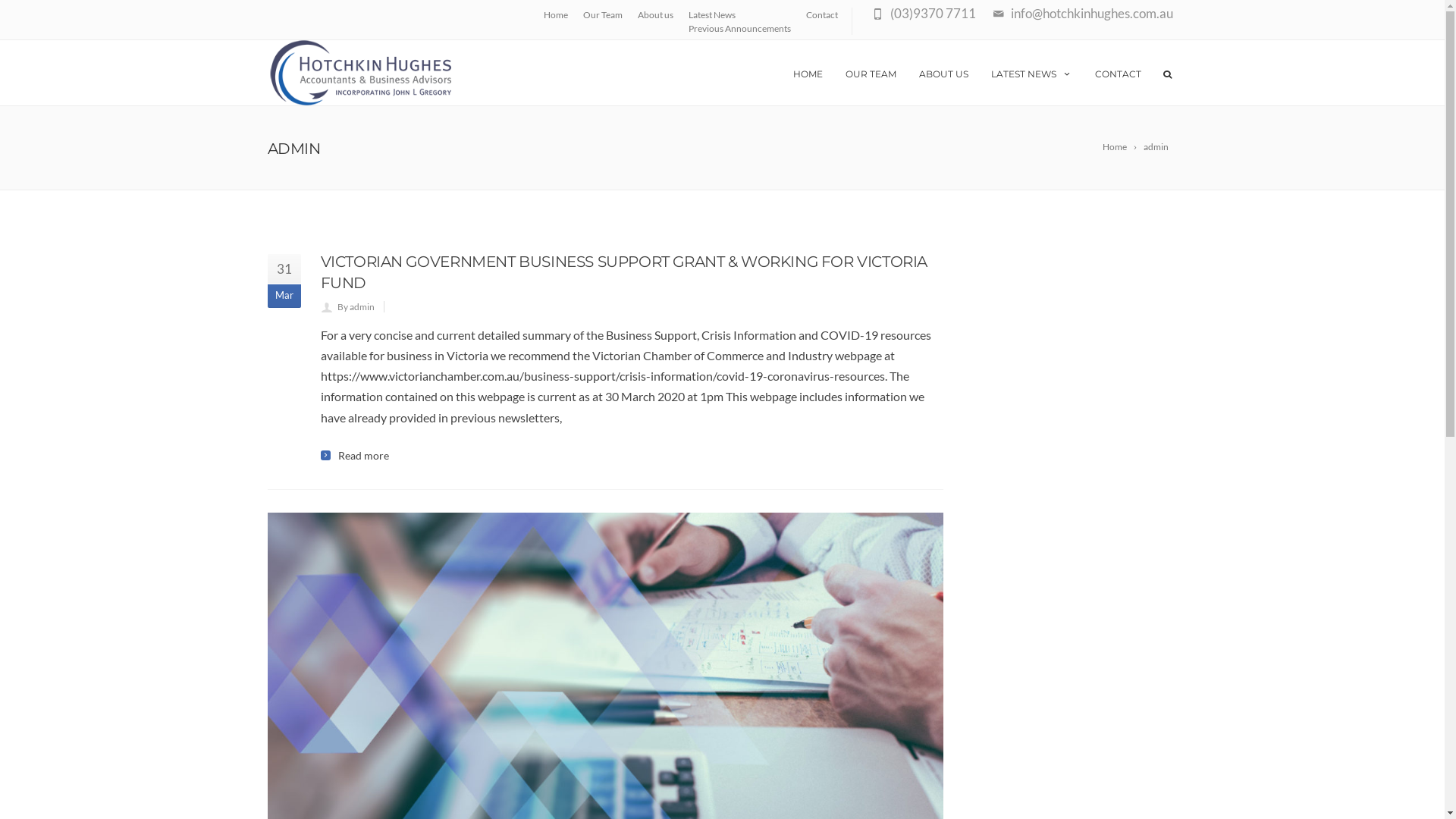 This screenshot has height=819, width=1456. I want to click on 'LATEST NEWS', so click(1031, 73).